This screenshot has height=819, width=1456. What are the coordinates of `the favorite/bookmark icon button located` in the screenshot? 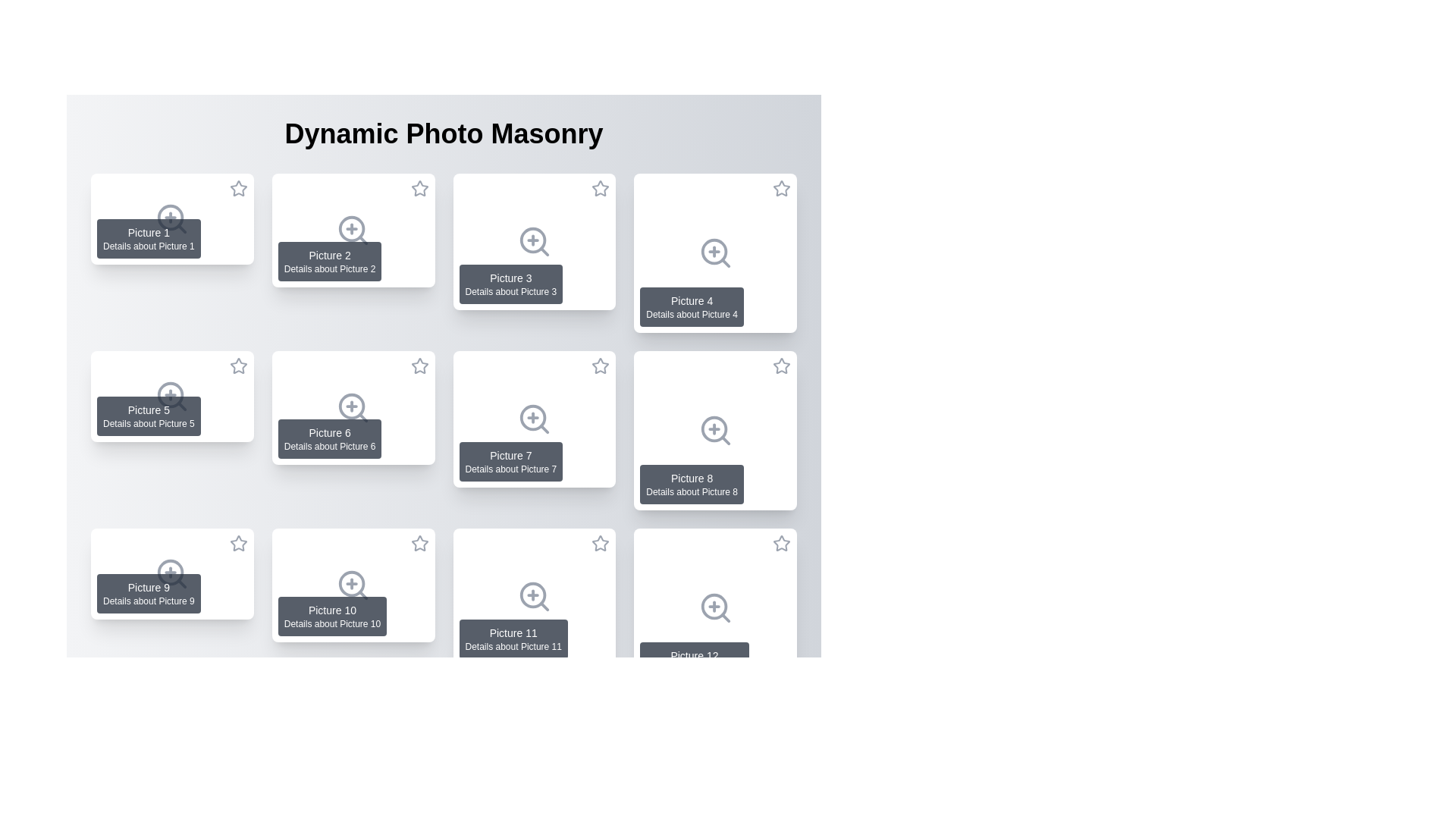 It's located at (419, 546).